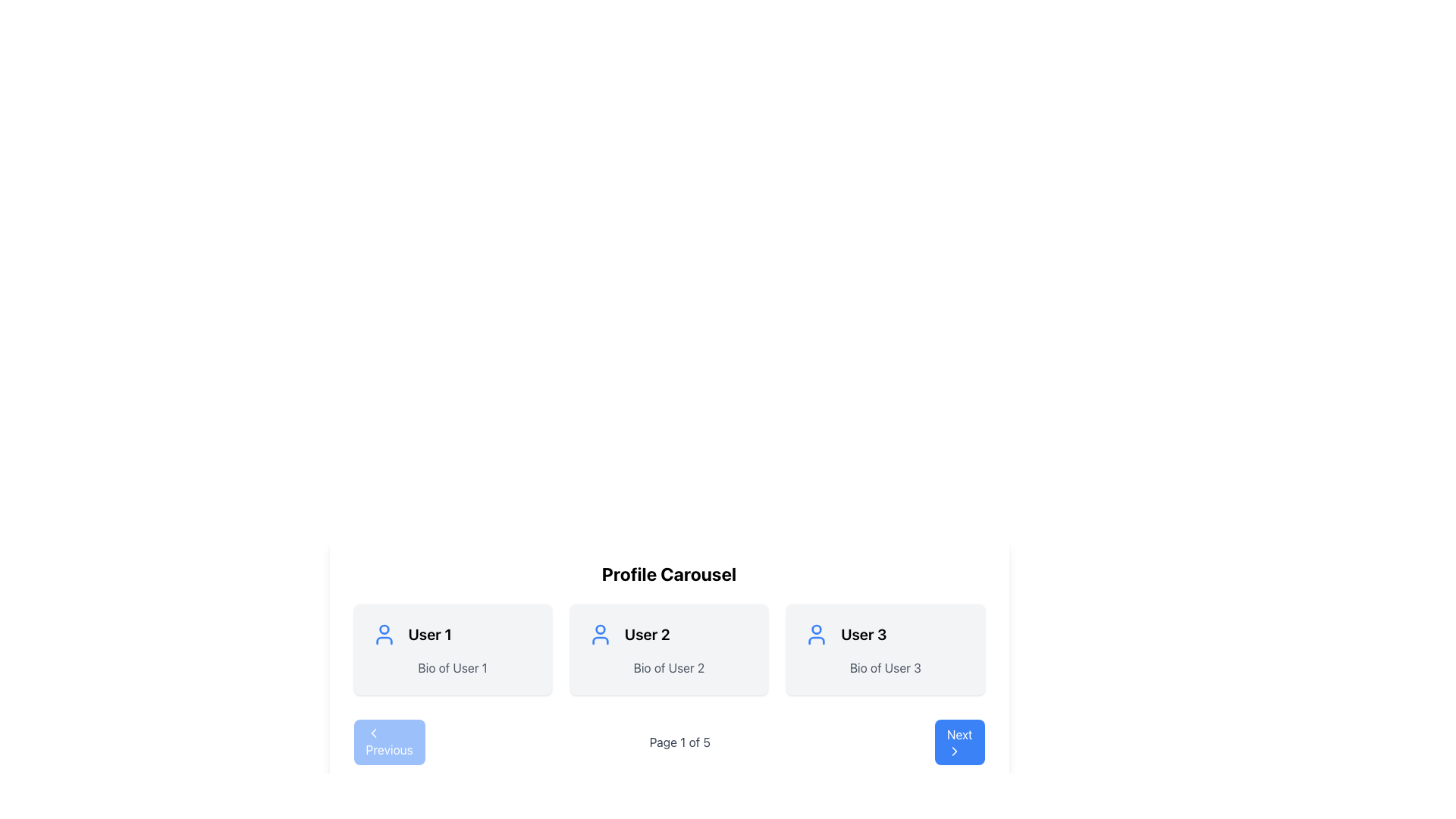  What do you see at coordinates (816, 629) in the screenshot?
I see `the decorative SVG graphic component of User 3's profile icon, which is positioned at the top of the user icon within the profile carousel` at bounding box center [816, 629].